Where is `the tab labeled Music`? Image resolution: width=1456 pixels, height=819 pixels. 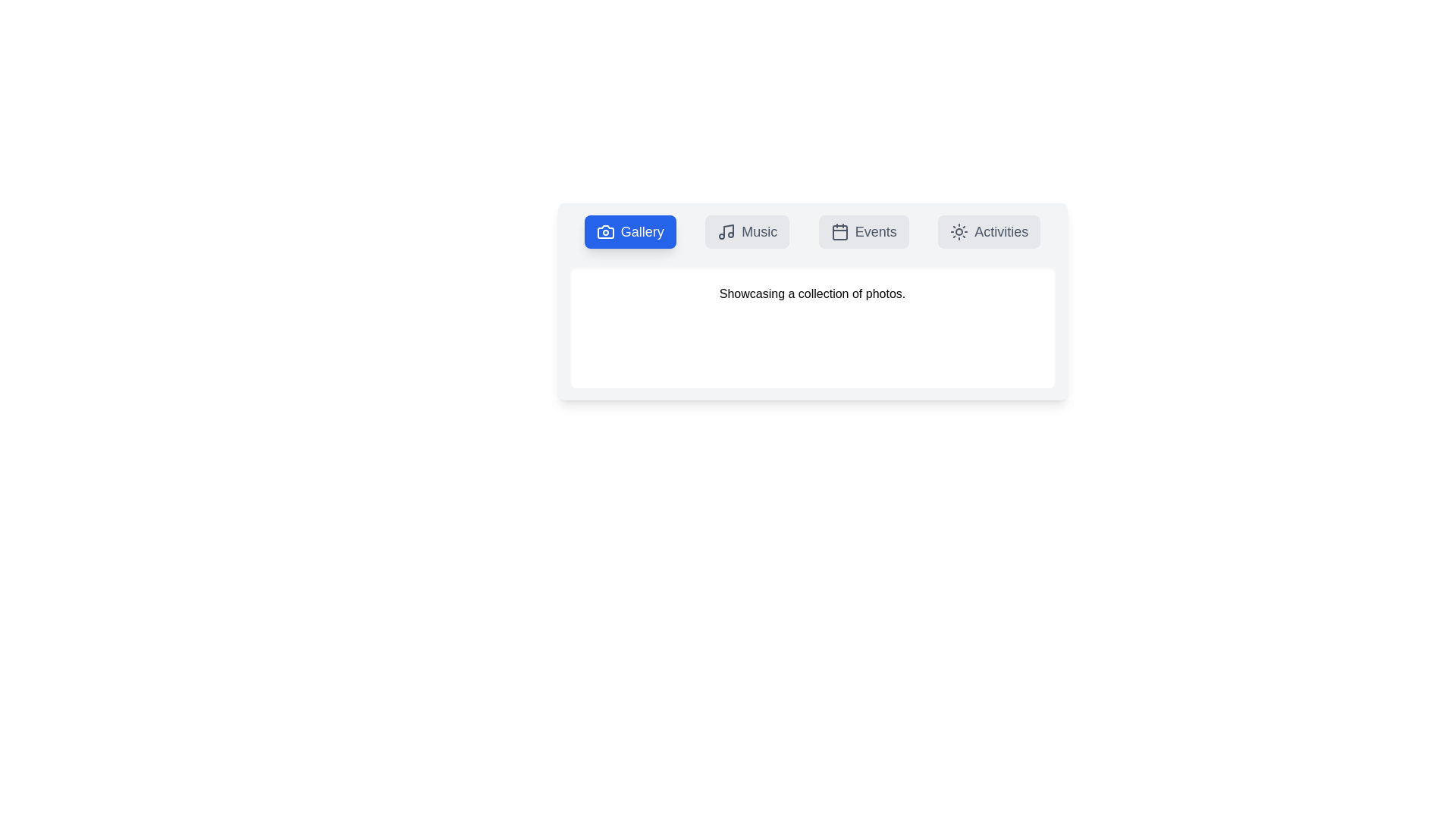 the tab labeled Music is located at coordinates (747, 231).